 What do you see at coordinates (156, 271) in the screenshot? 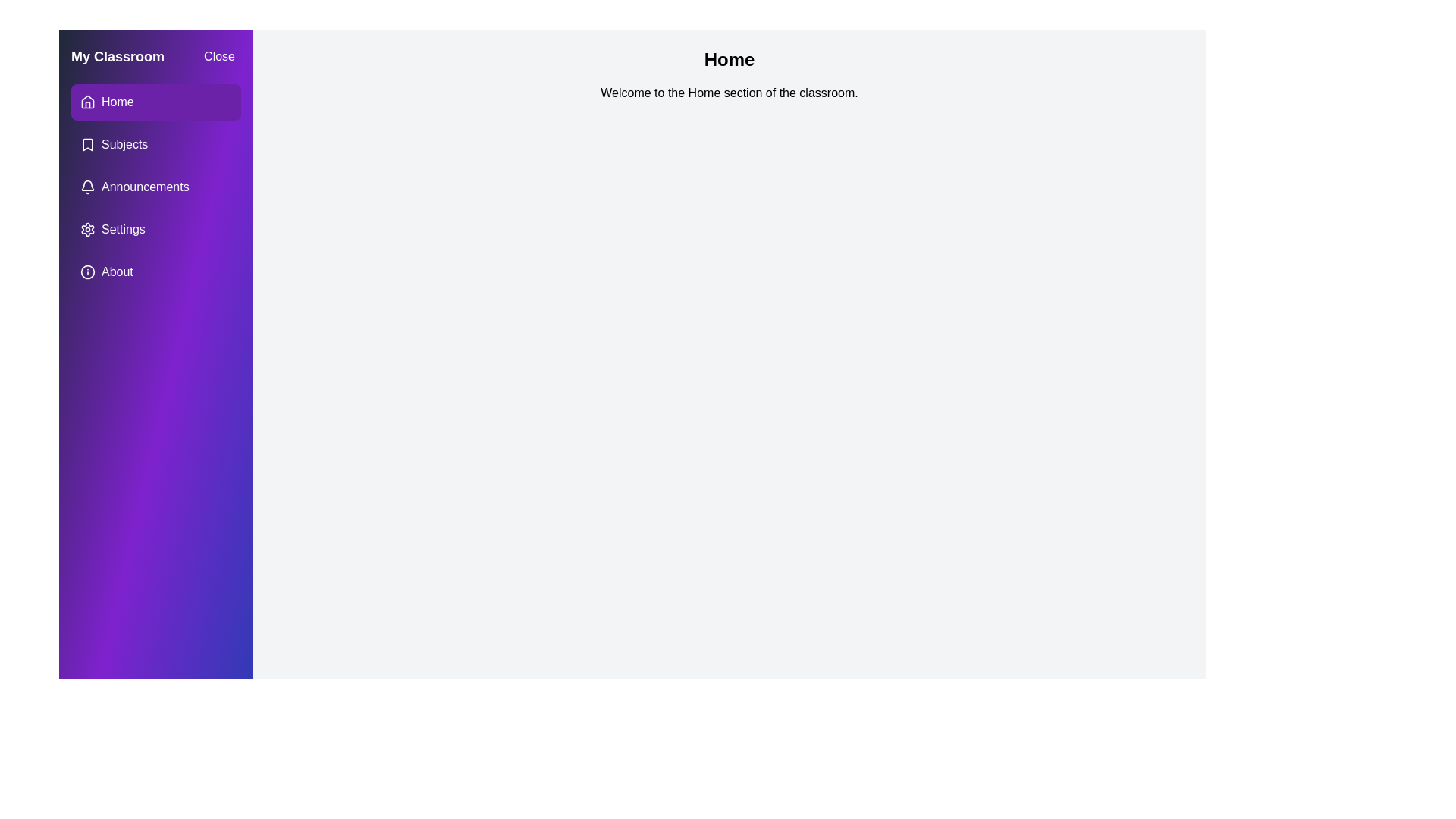
I see `the menu item labeled 'About' to observe visual feedback` at bounding box center [156, 271].